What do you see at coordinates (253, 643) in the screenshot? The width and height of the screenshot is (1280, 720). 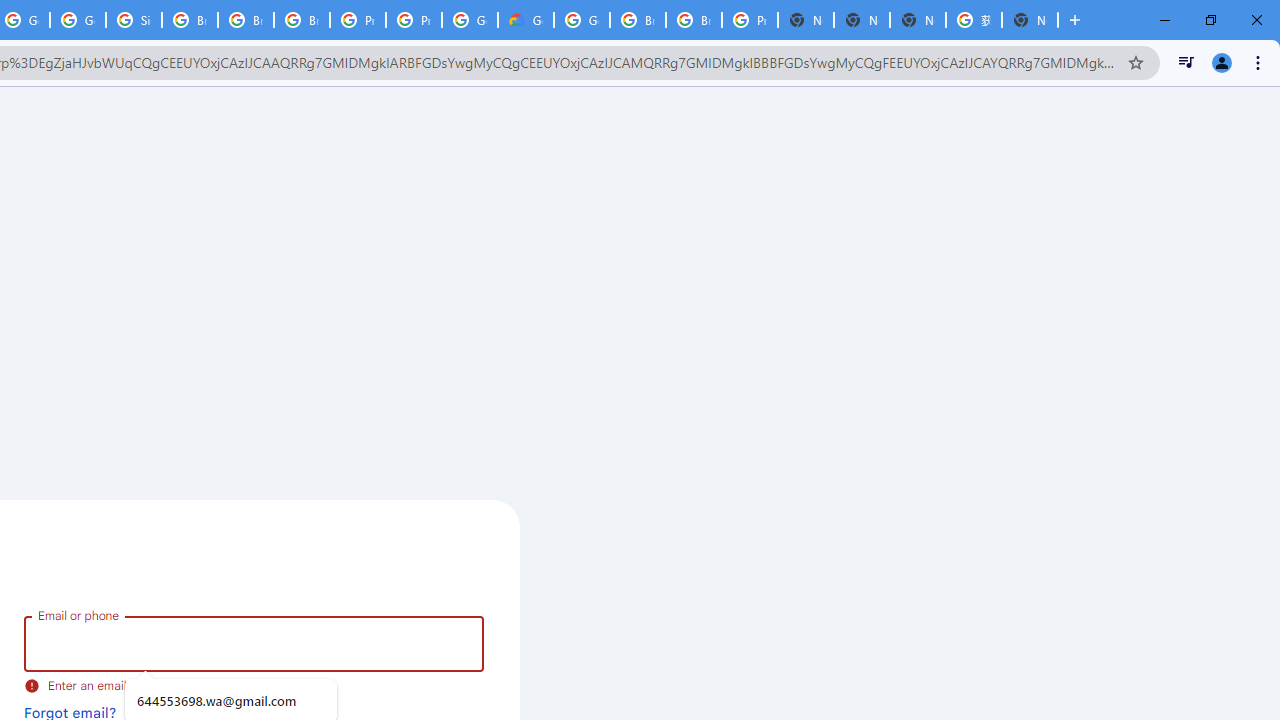 I see `'Email or phone'` at bounding box center [253, 643].